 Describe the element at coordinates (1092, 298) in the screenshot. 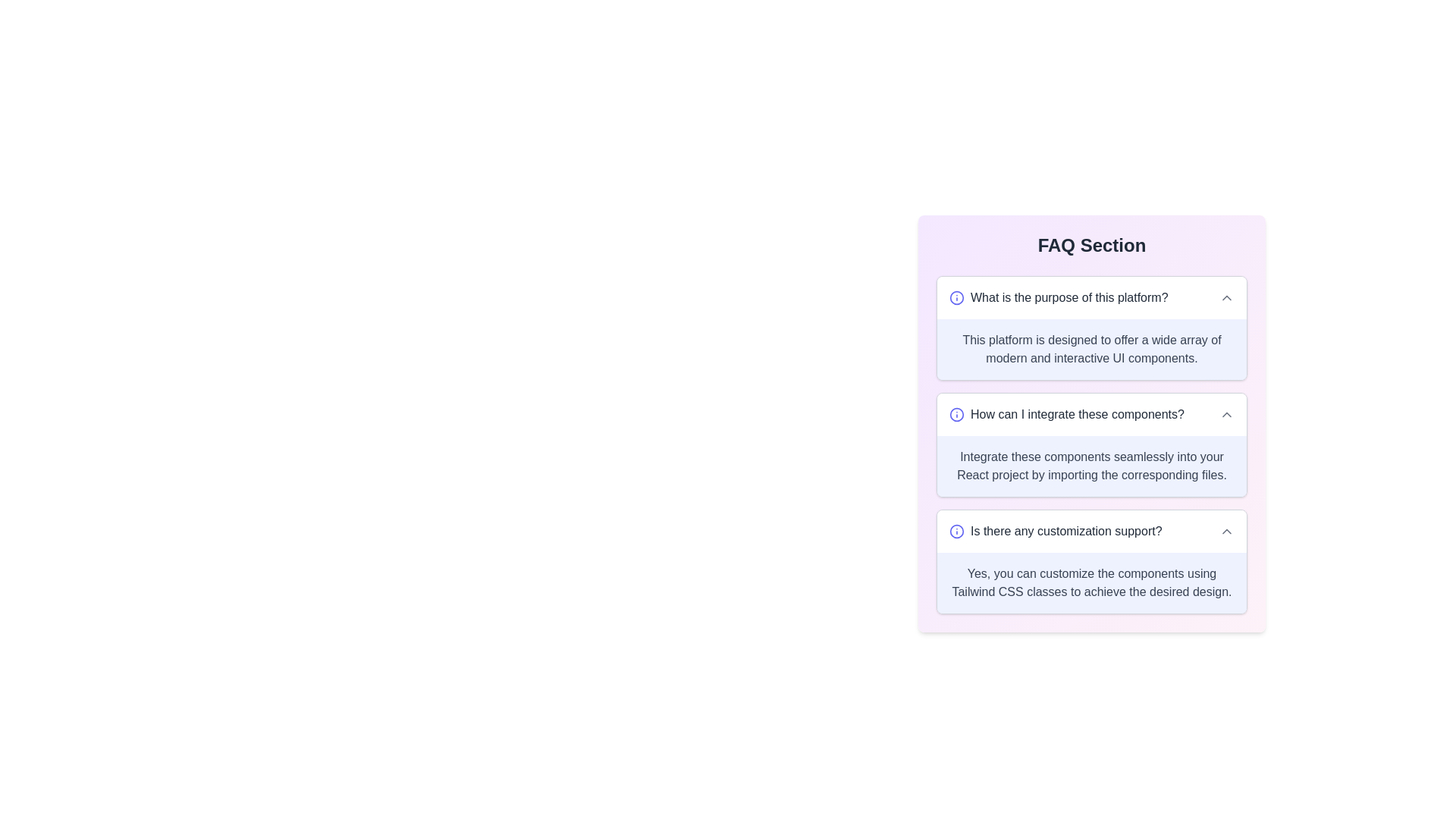

I see `the Collapsible Section Header at the top of the FAQ section` at that location.